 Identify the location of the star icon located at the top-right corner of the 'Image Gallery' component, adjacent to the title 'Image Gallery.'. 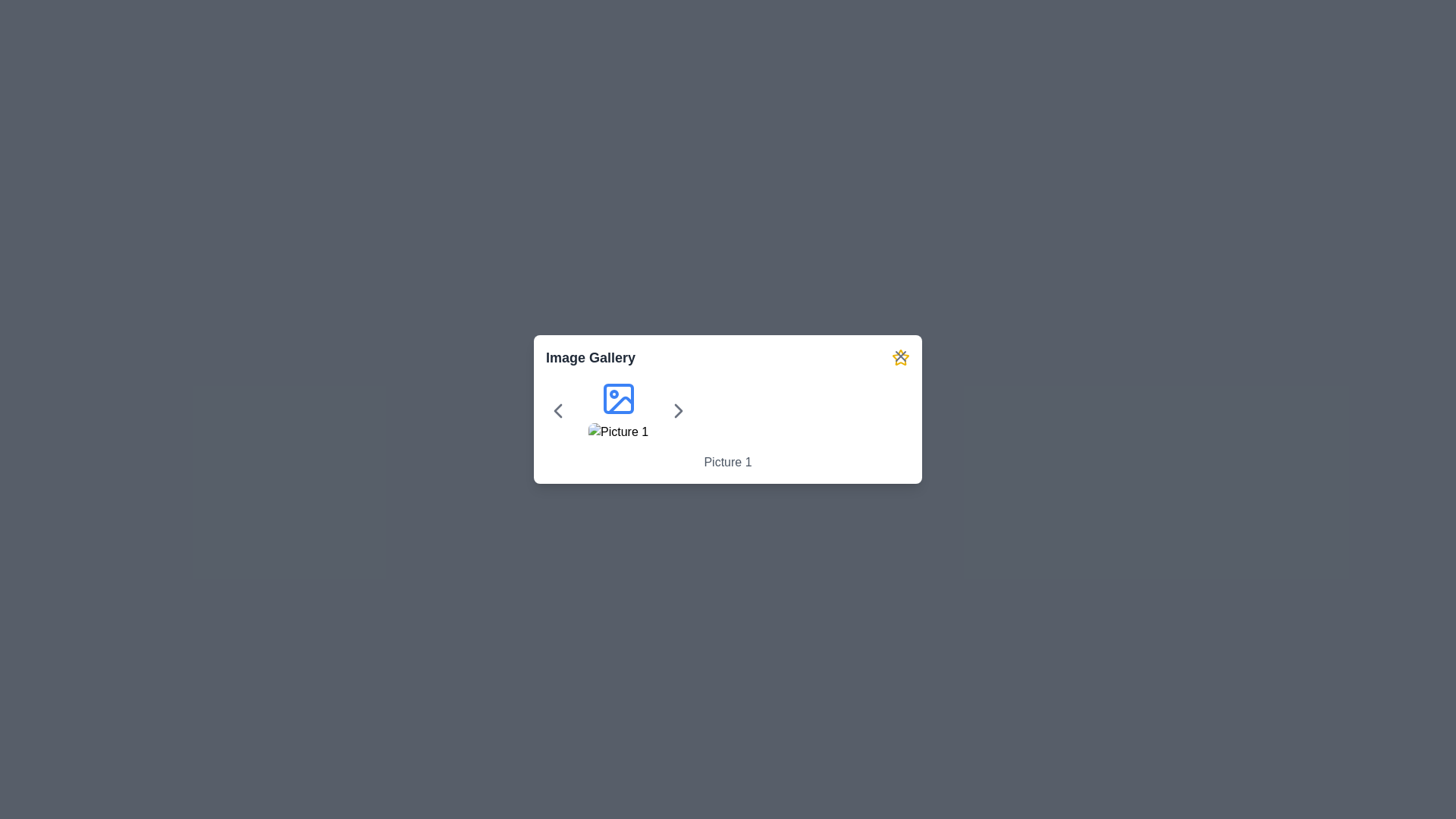
(901, 357).